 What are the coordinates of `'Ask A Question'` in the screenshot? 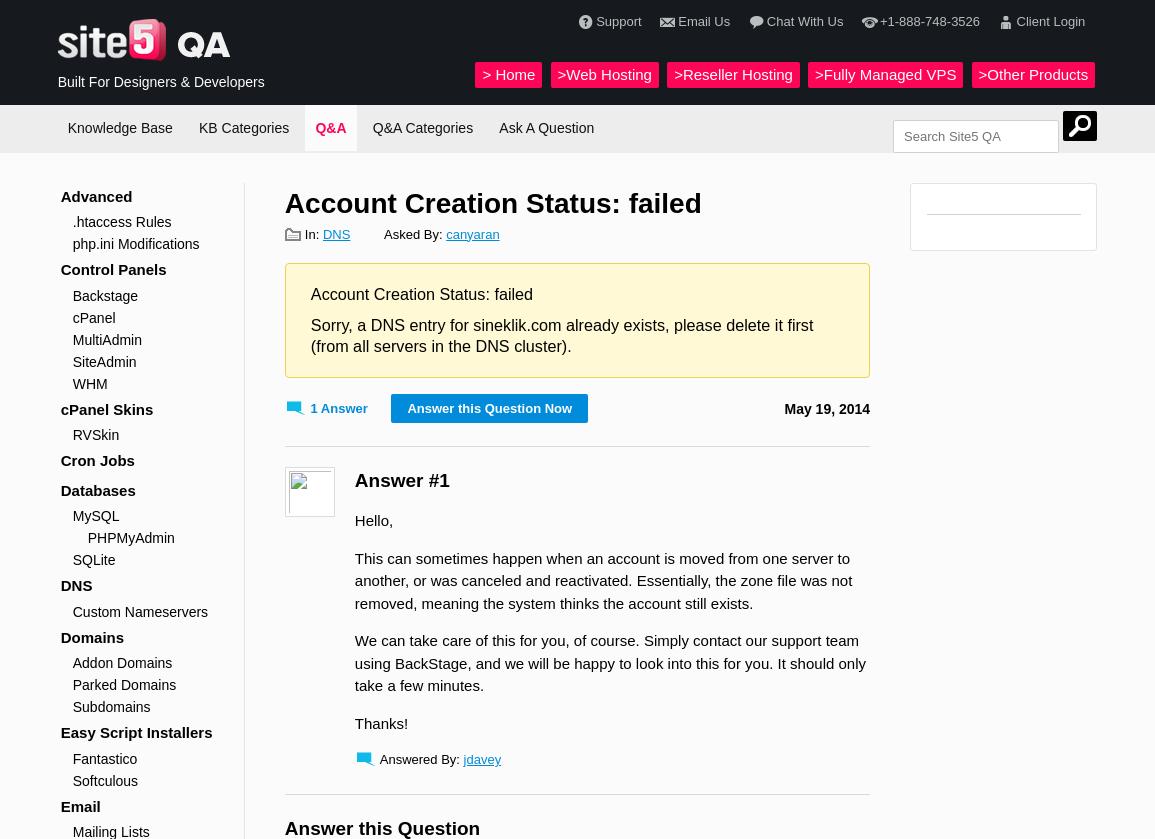 It's located at (545, 127).